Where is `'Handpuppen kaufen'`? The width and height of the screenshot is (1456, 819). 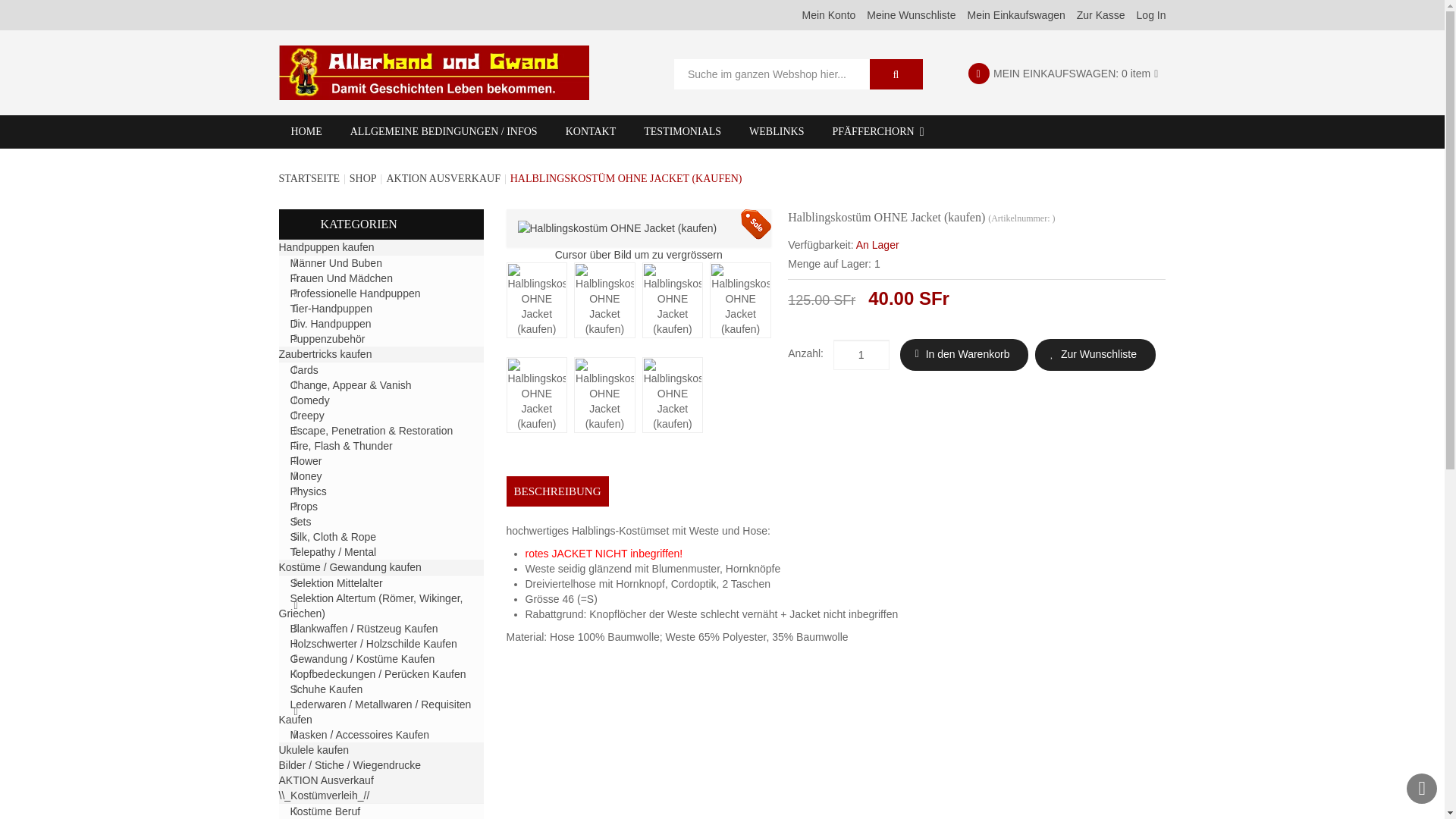
'Handpuppen kaufen' is located at coordinates (326, 246).